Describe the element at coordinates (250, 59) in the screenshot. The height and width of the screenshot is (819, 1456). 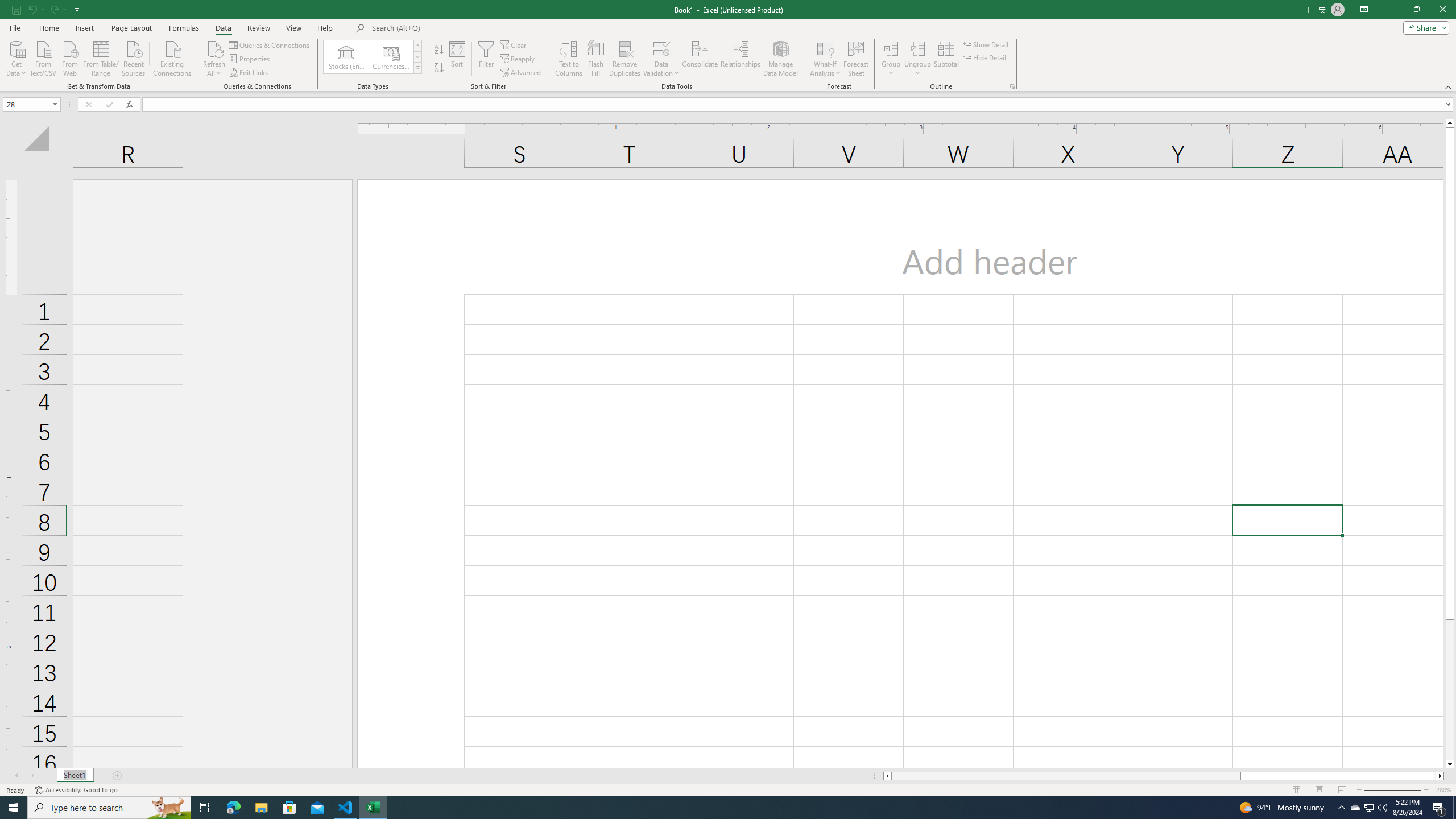
I see `'Properties'` at that location.